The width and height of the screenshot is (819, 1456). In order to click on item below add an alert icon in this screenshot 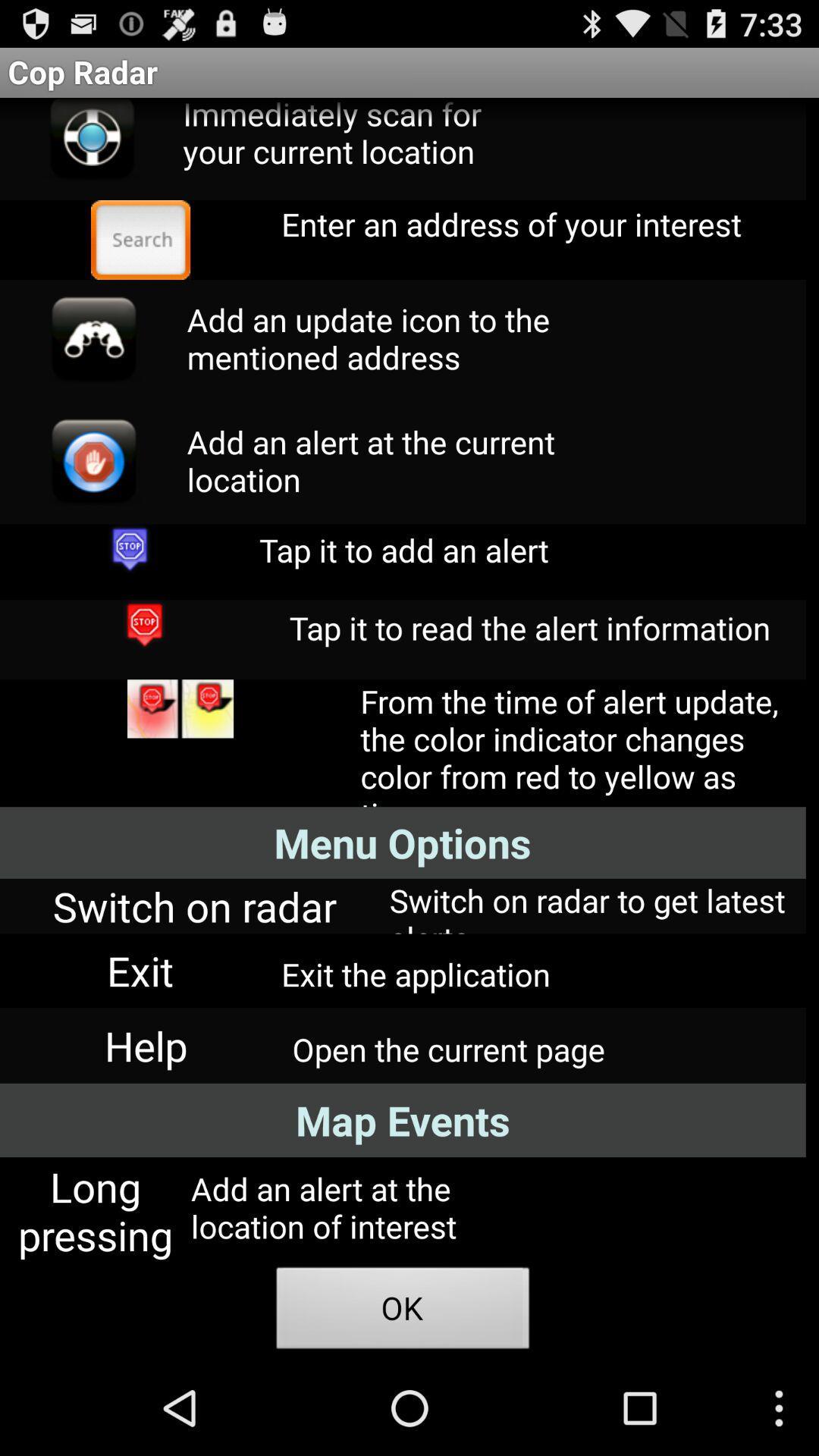, I will do `click(402, 1312)`.